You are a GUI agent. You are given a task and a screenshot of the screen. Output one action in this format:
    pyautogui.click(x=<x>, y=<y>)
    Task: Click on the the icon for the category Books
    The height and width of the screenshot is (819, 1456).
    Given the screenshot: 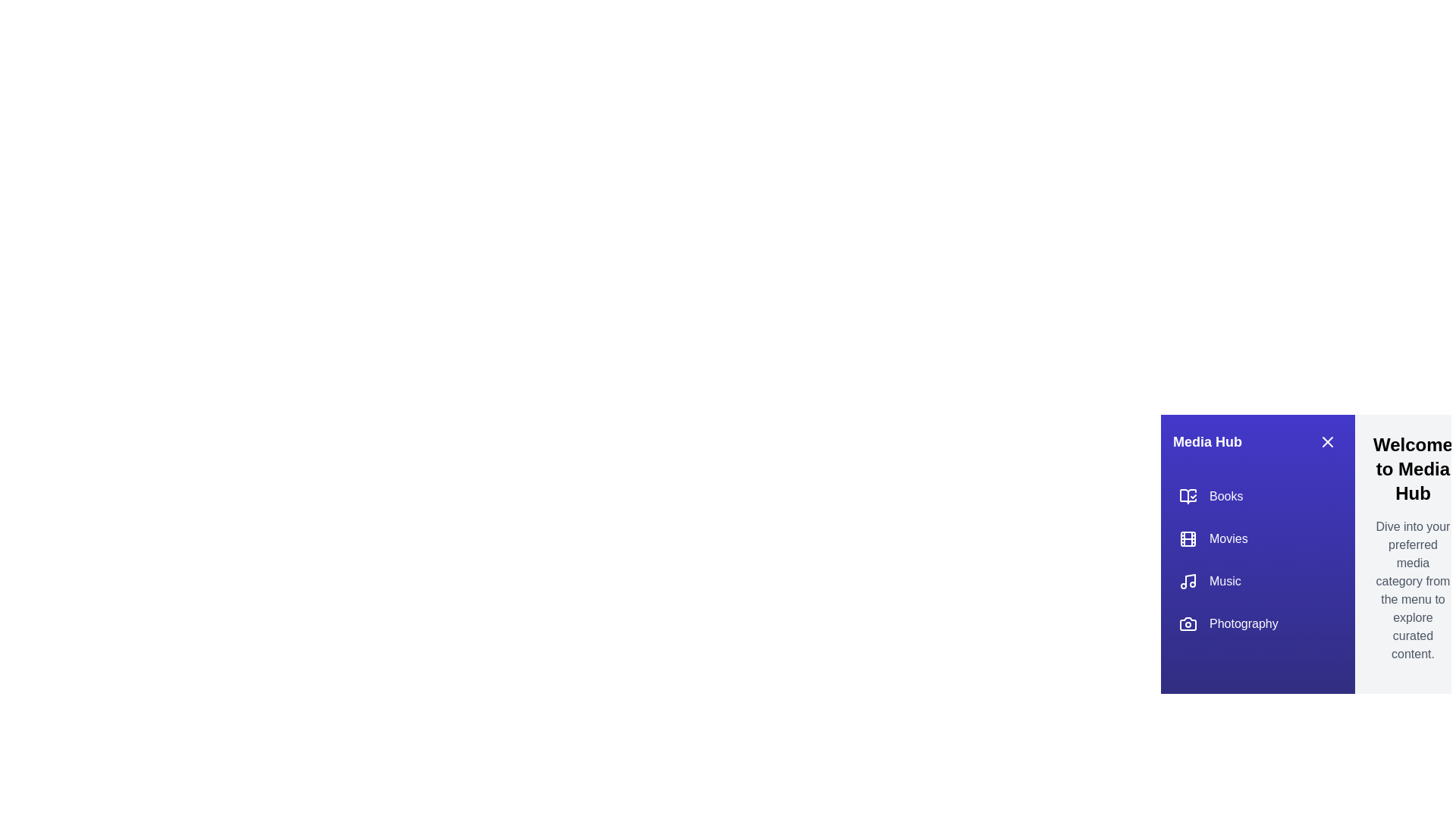 What is the action you would take?
    pyautogui.click(x=1187, y=497)
    